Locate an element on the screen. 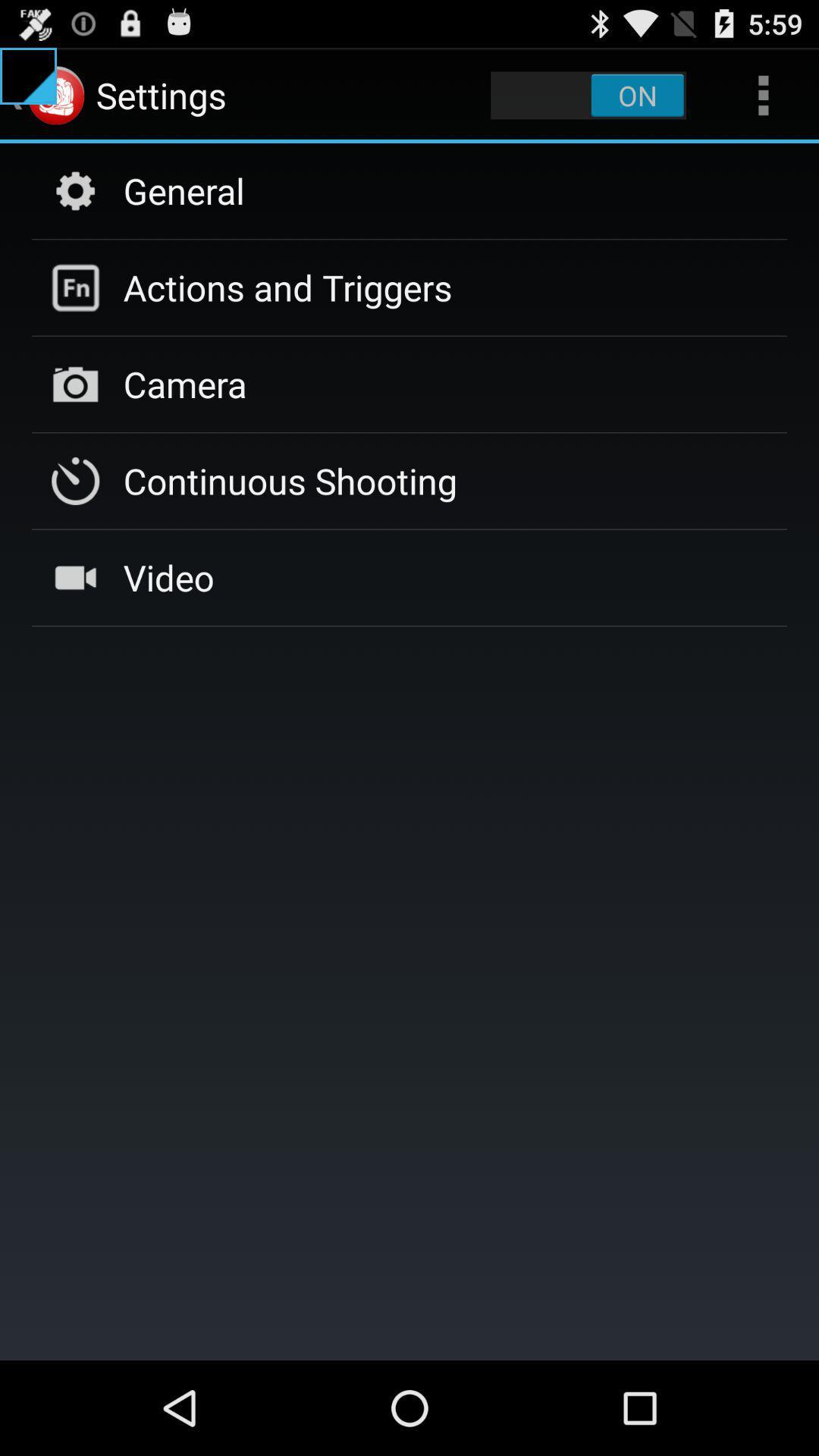  app to the right of settings is located at coordinates (588, 94).